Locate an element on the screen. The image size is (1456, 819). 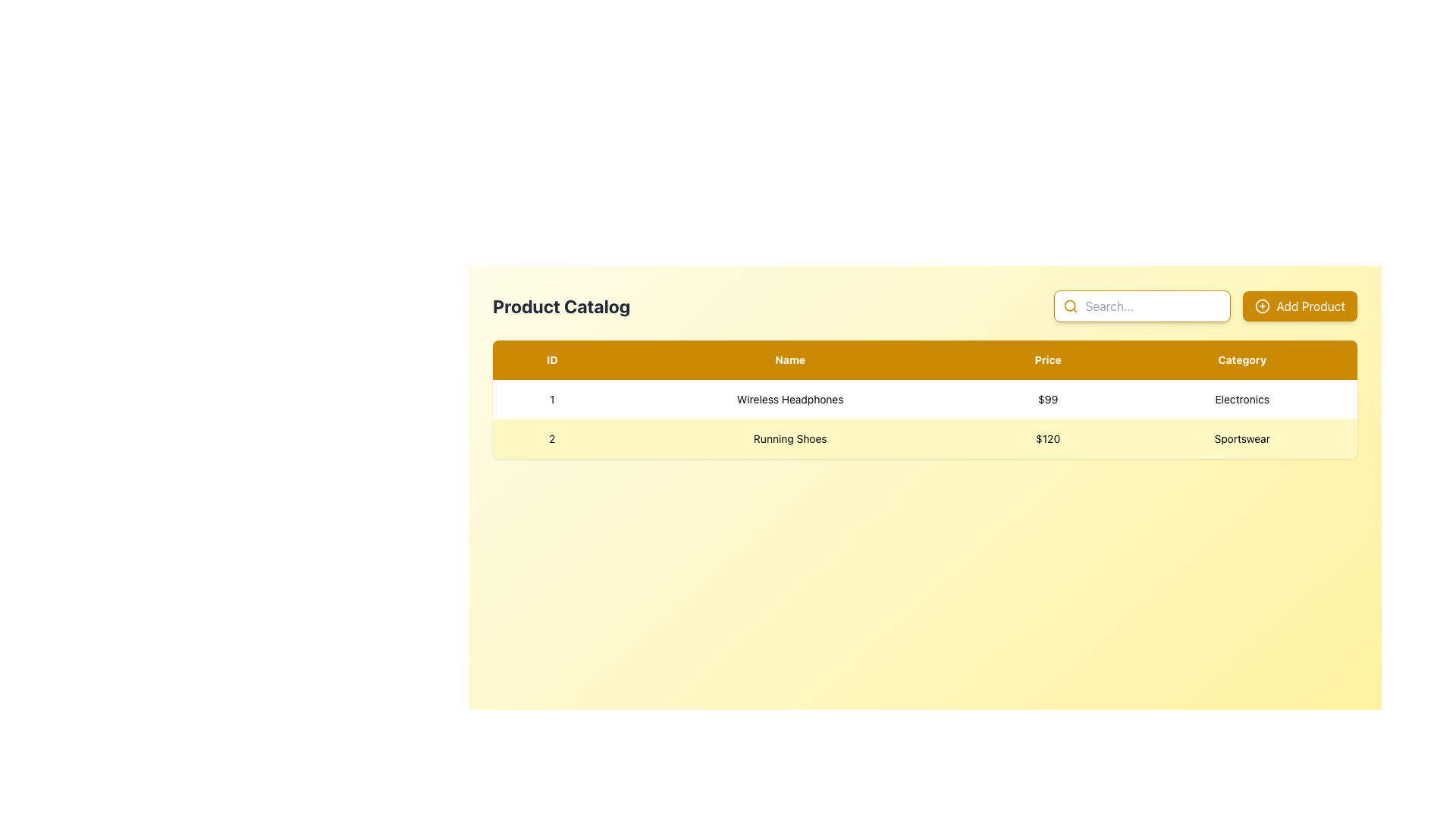
text content of the table cell in the first row under the 'ID' column containing the text '1' is located at coordinates (551, 399).